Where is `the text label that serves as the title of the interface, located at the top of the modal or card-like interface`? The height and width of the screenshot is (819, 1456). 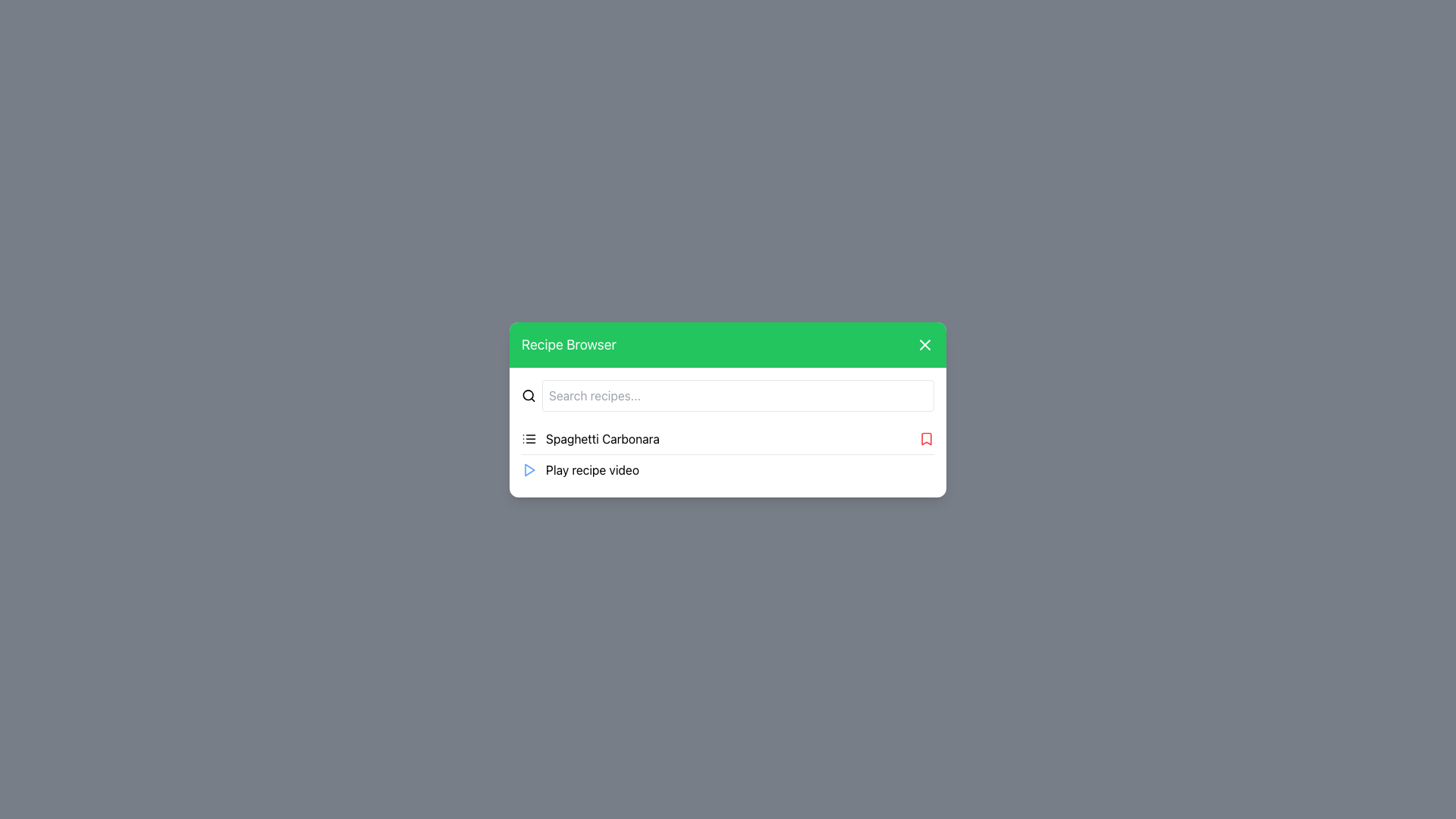
the text label that serves as the title of the interface, located at the top of the modal or card-like interface is located at coordinates (568, 344).